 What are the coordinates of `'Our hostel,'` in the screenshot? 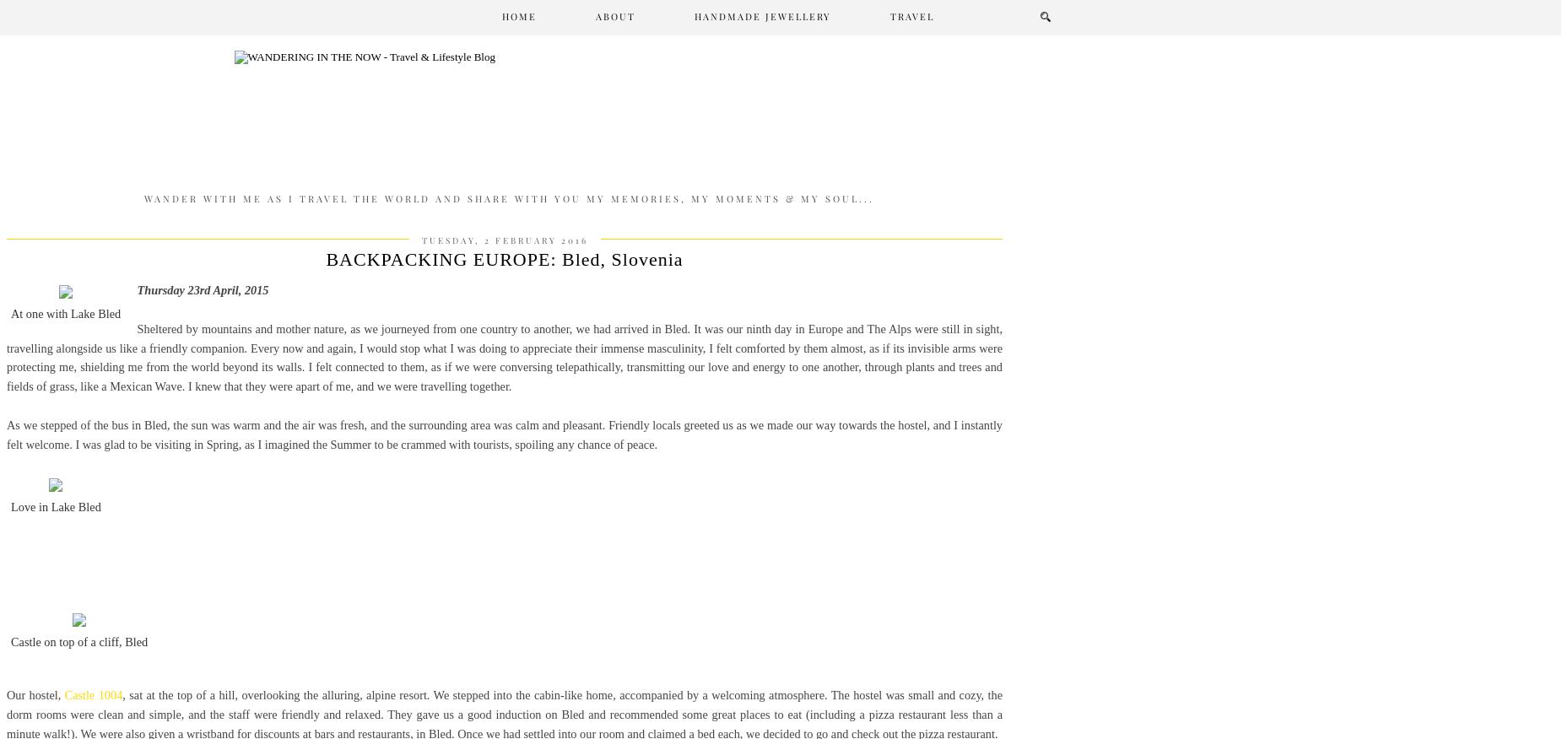 It's located at (34, 694).